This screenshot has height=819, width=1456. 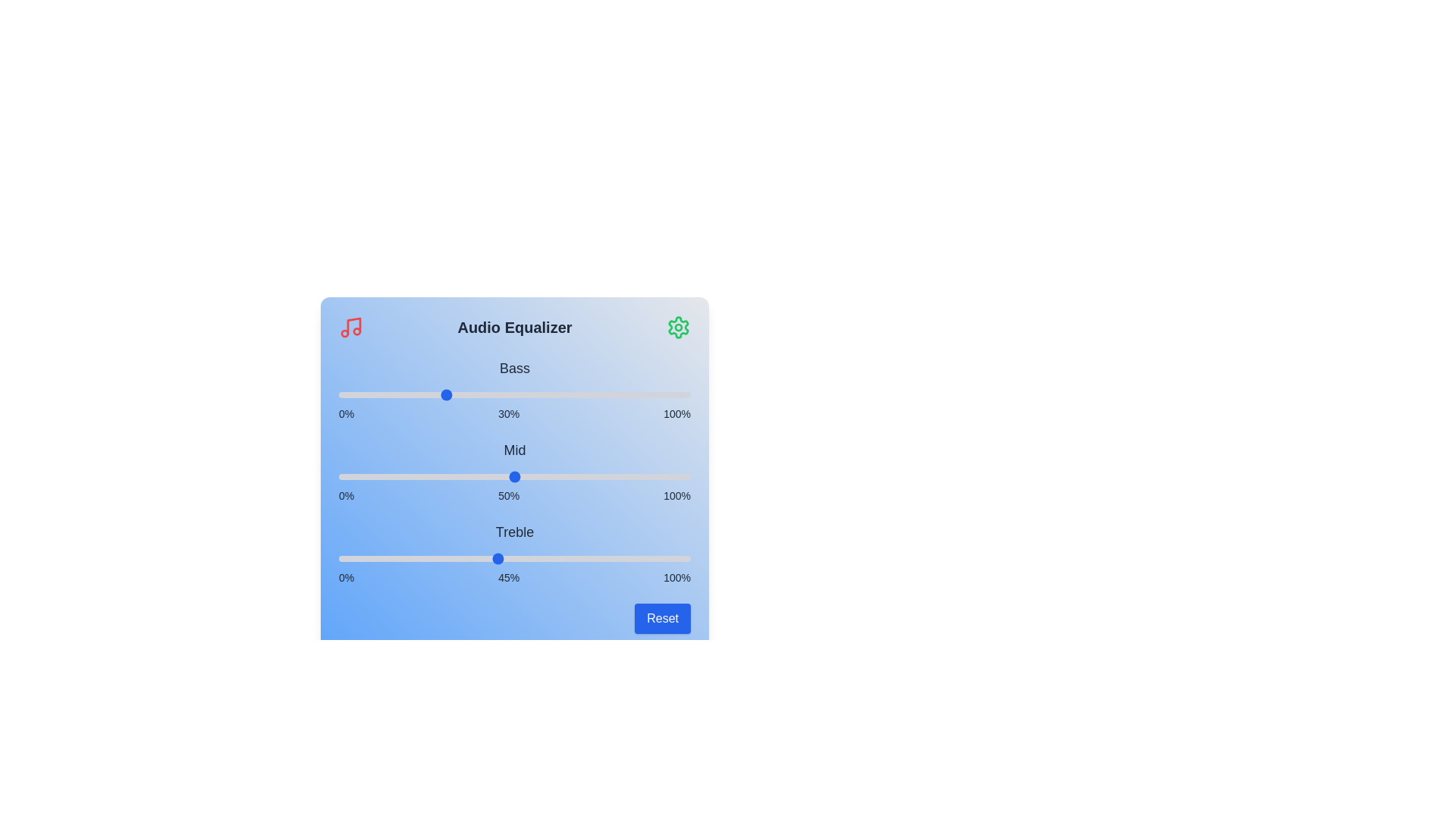 What do you see at coordinates (350, 327) in the screenshot?
I see `the music icon to interact with it` at bounding box center [350, 327].